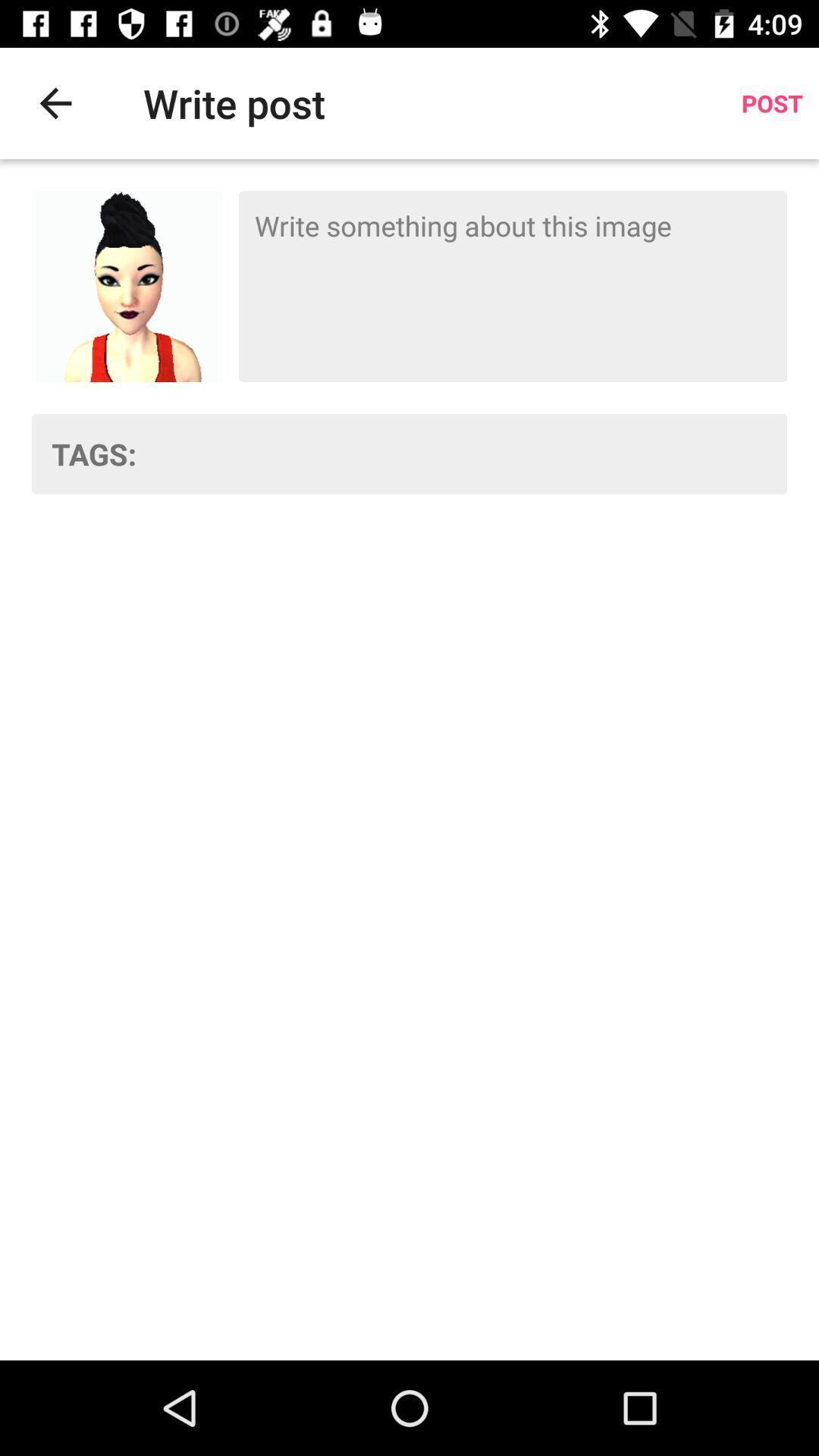 The height and width of the screenshot is (1456, 819). Describe the element at coordinates (471, 453) in the screenshot. I see `the item next to the tags:` at that location.